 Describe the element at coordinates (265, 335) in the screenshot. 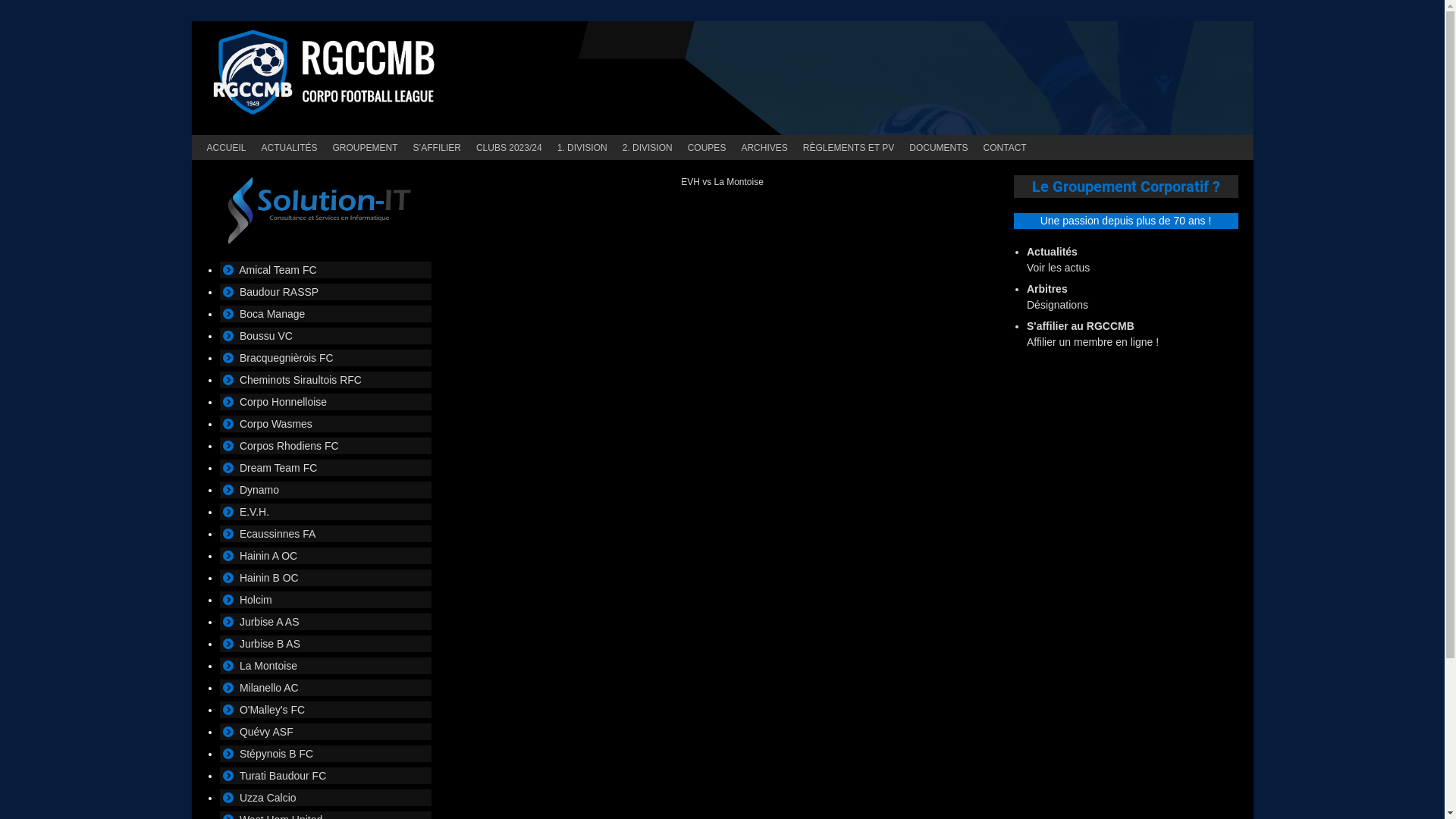

I see `'Boussu VC'` at that location.